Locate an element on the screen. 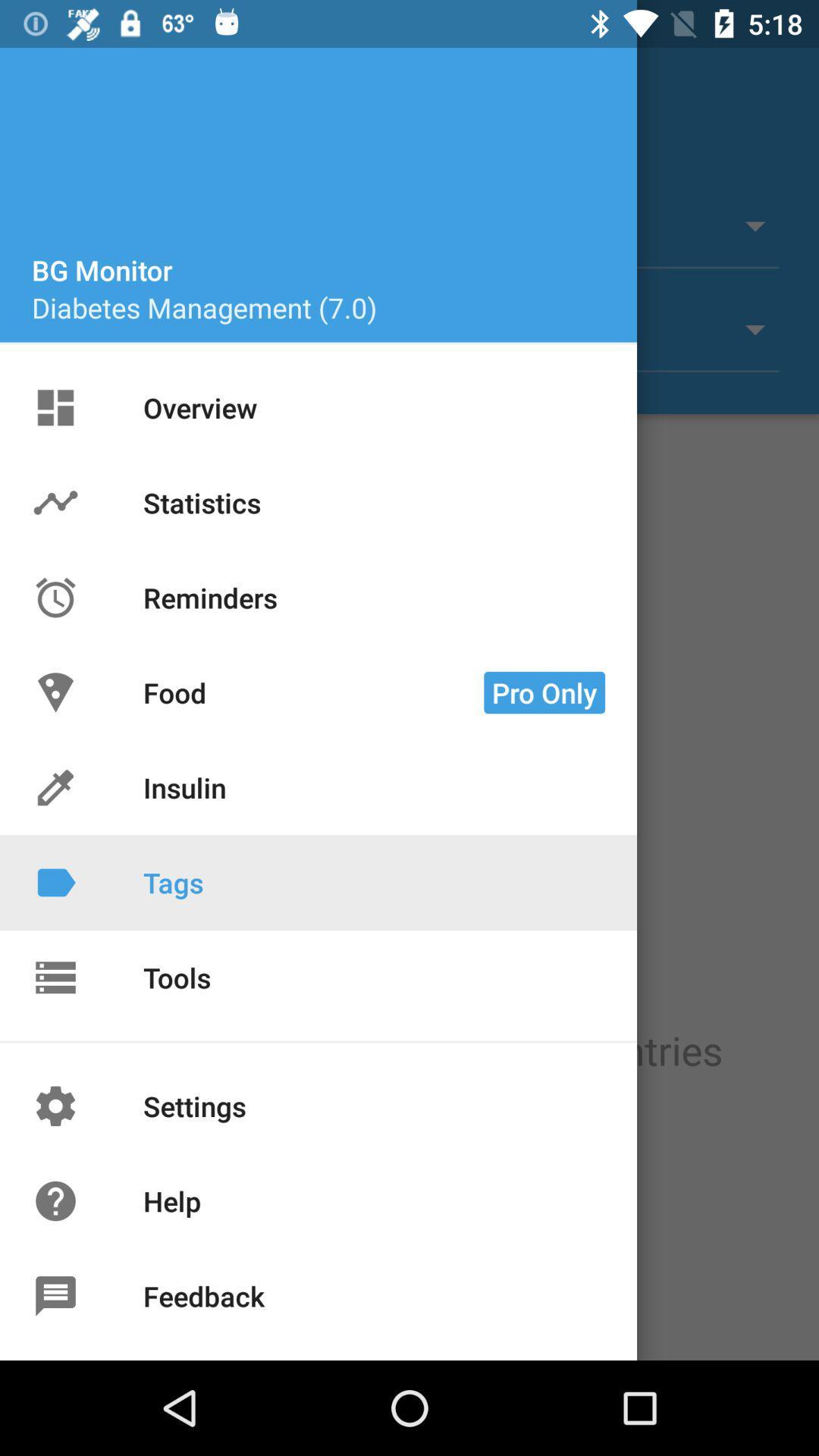  overview icon is located at coordinates (55, 407).